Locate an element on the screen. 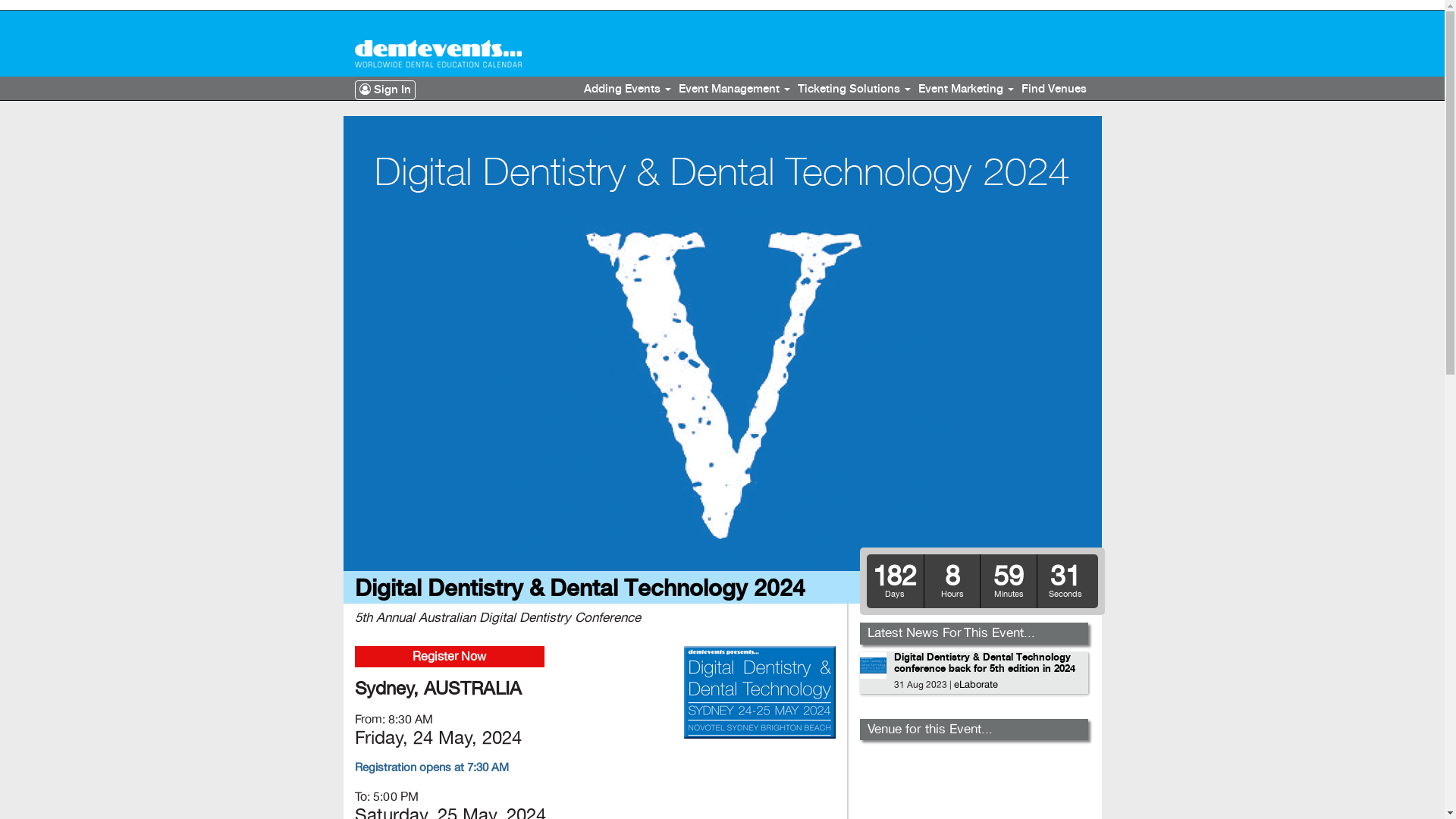  'Latest News For This Event...' is located at coordinates (950, 632).